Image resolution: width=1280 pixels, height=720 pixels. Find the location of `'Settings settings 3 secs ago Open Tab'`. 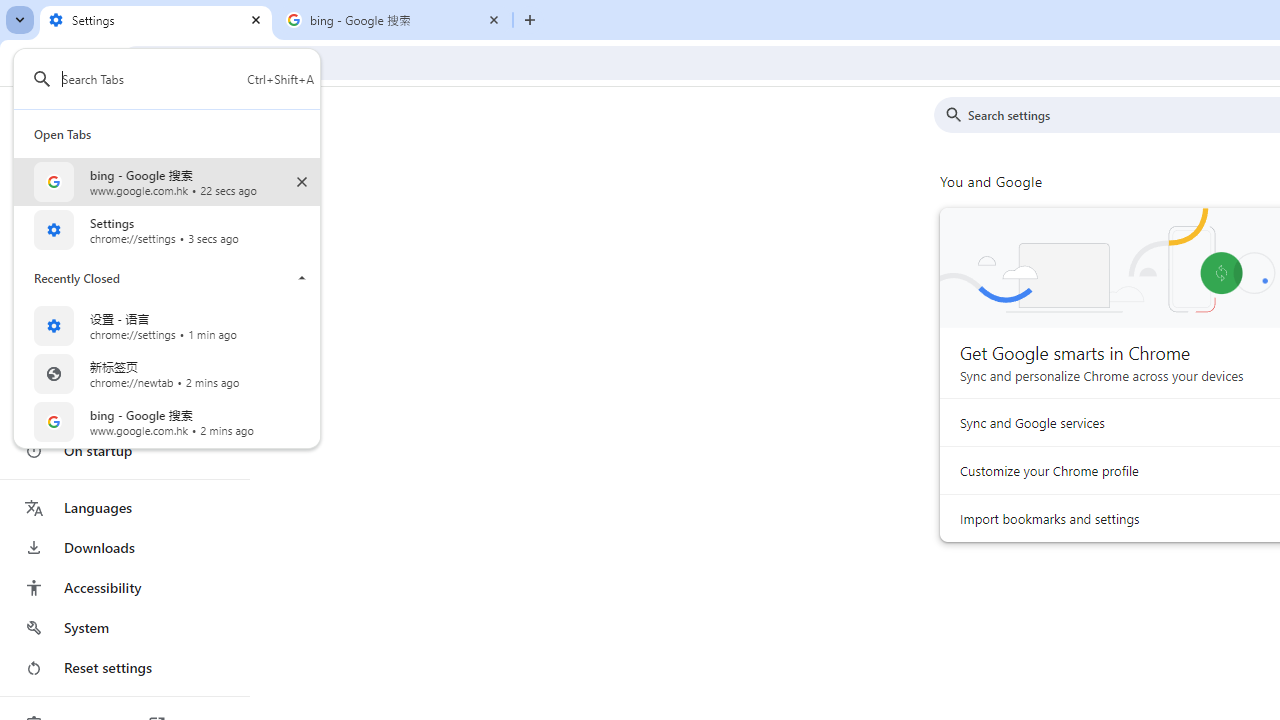

'Settings settings 3 secs ago Open Tab' is located at coordinates (174, 229).